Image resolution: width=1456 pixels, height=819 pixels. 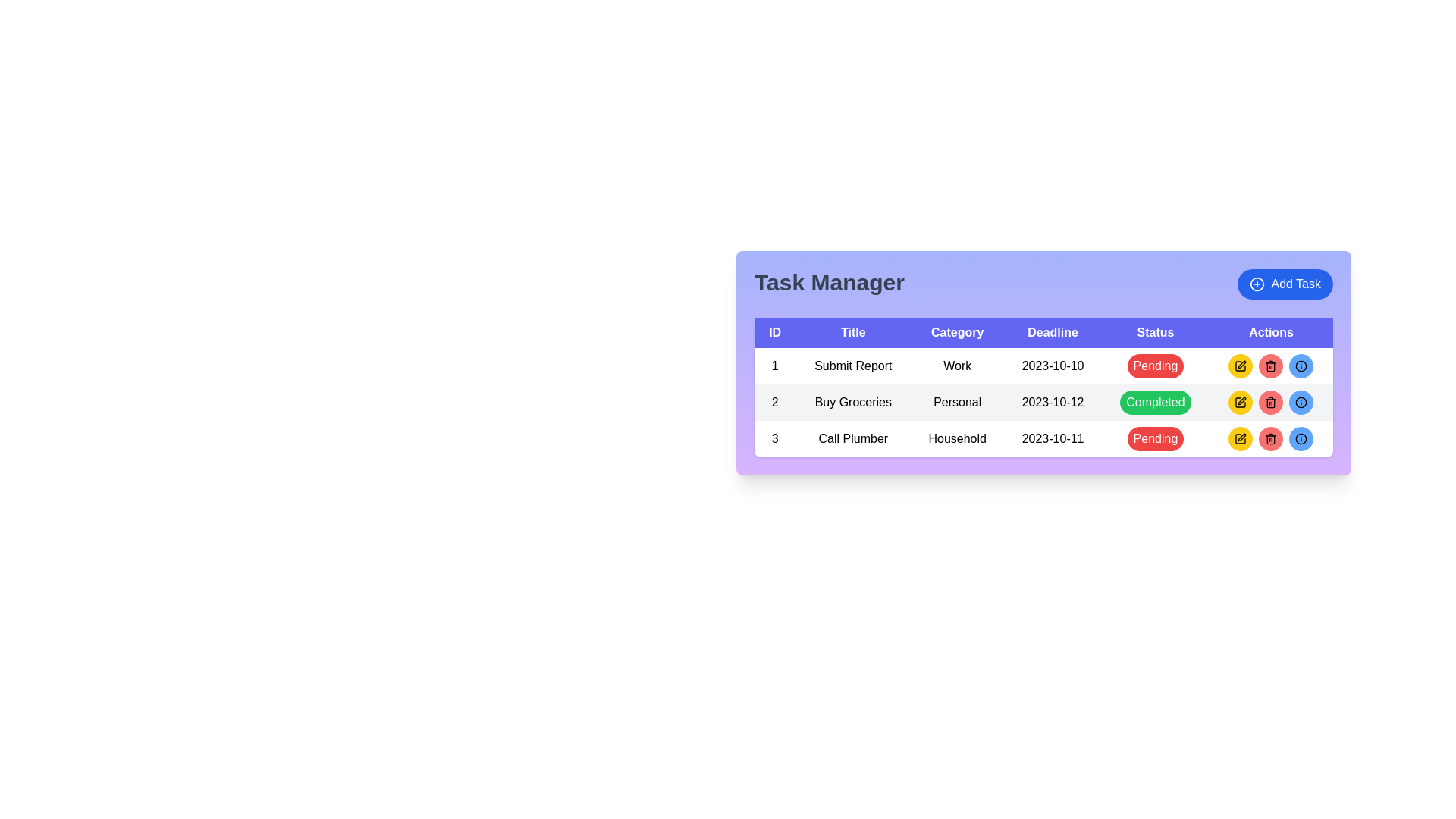 What do you see at coordinates (775, 438) in the screenshot?
I see `the numeral '3' label in the first column of the third row under the 'ID' header` at bounding box center [775, 438].